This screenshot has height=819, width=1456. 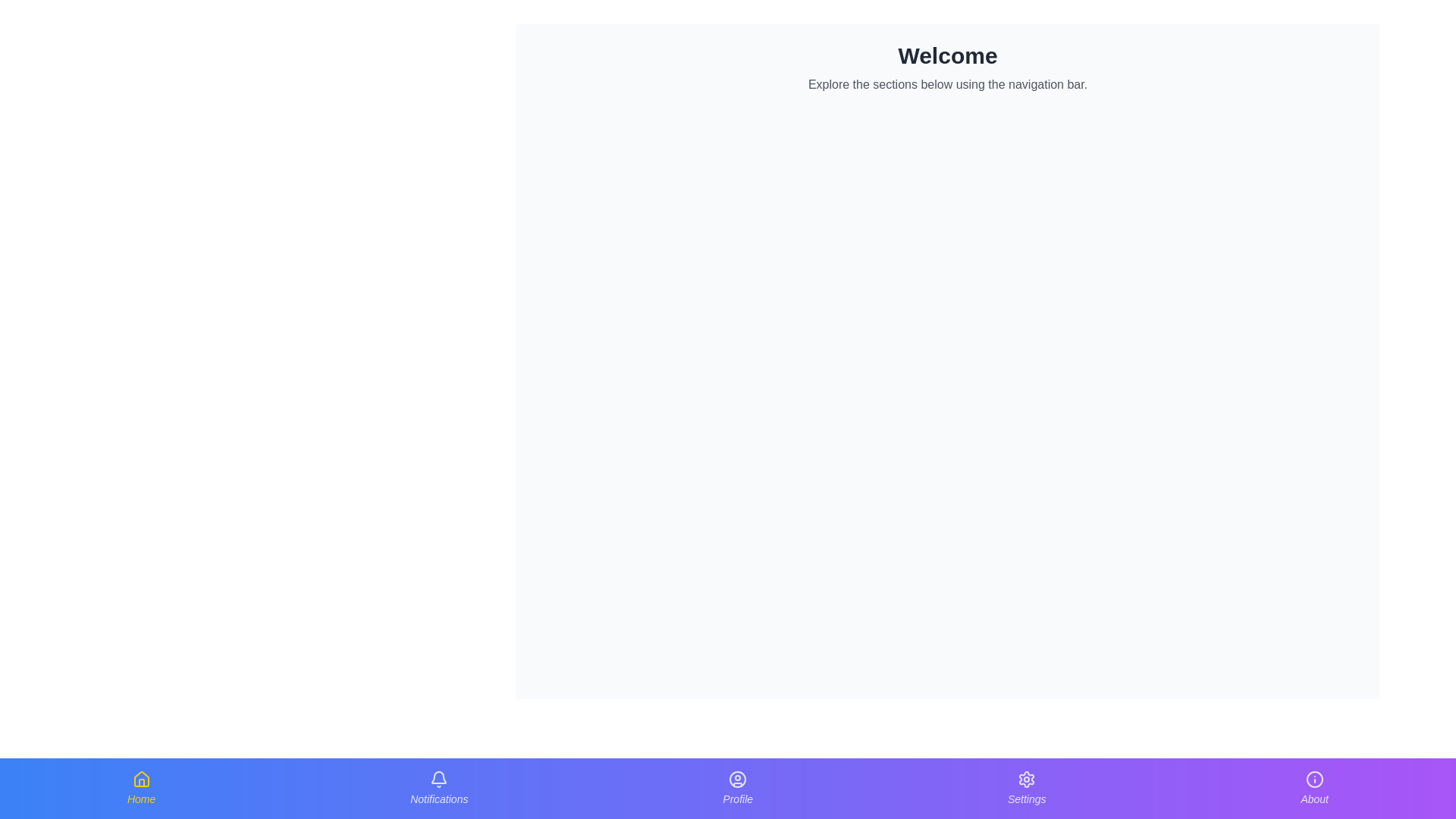 What do you see at coordinates (1313, 798) in the screenshot?
I see `'About' label located in the bottom navigation bar, which is the fifth option from the left and is centered beneath an information icon` at bounding box center [1313, 798].